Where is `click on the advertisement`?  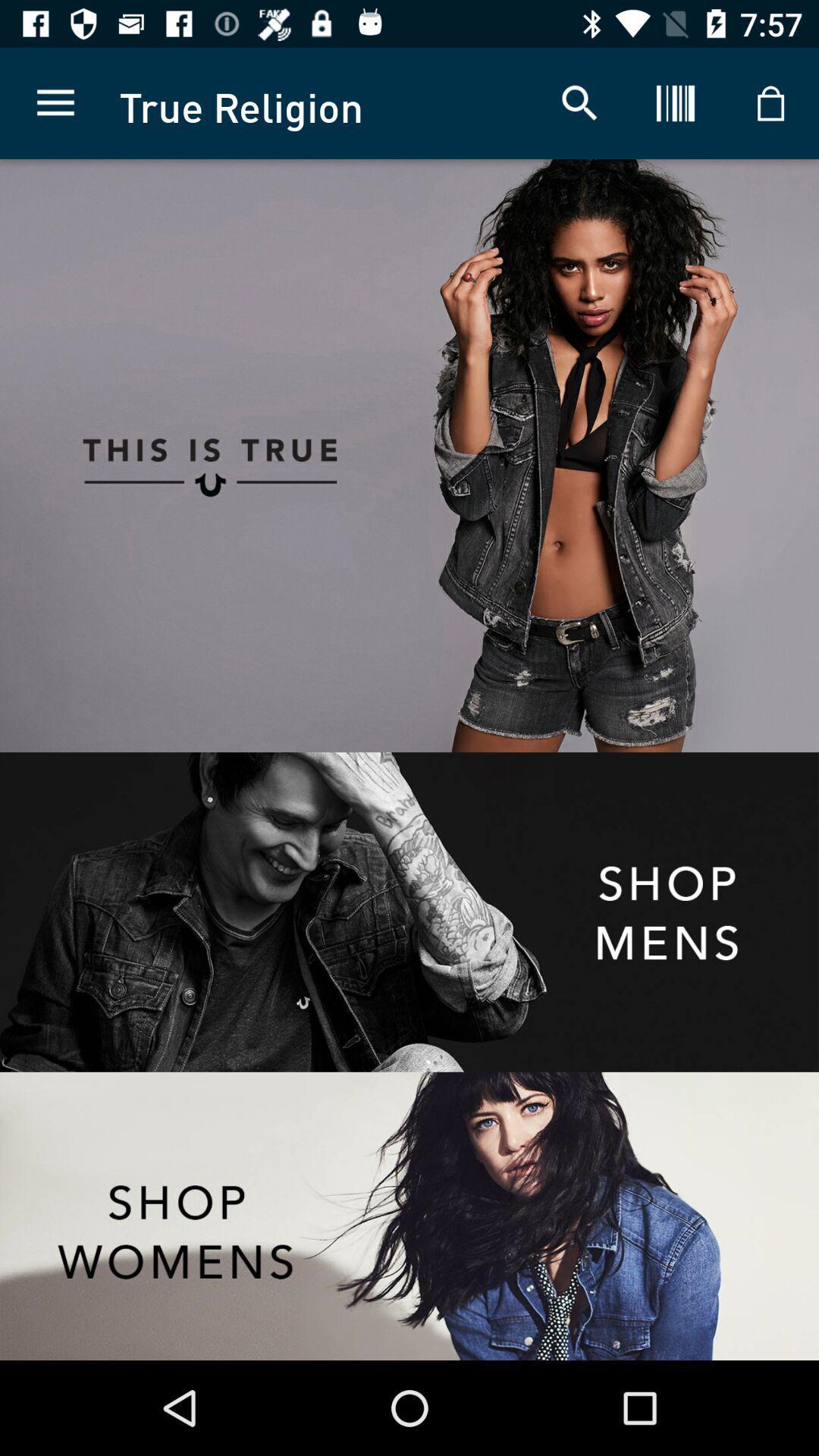
click on the advertisement is located at coordinates (205, 455).